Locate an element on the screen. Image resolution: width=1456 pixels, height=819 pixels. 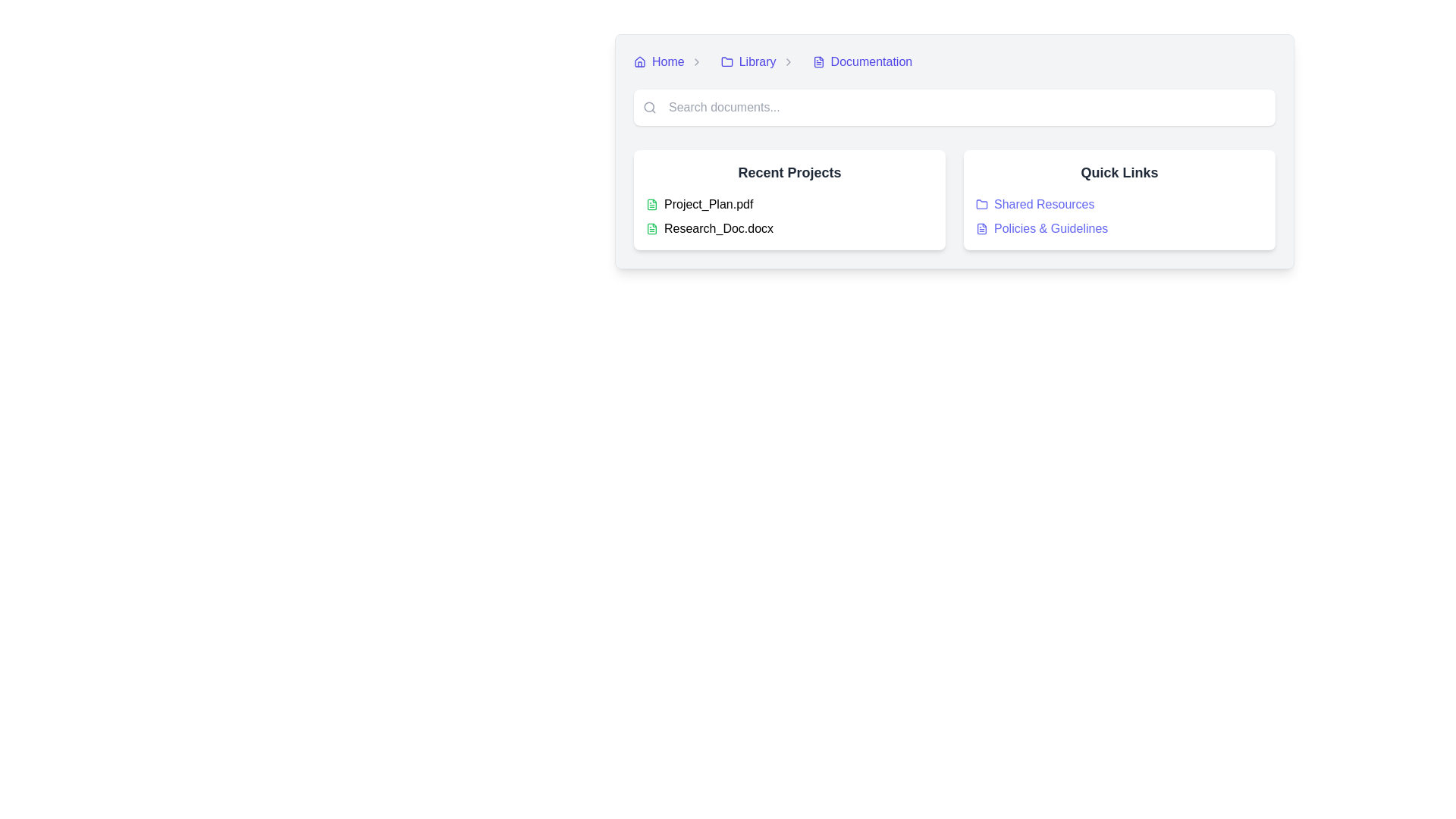
the document icon in the navigation toolbar is located at coordinates (817, 61).